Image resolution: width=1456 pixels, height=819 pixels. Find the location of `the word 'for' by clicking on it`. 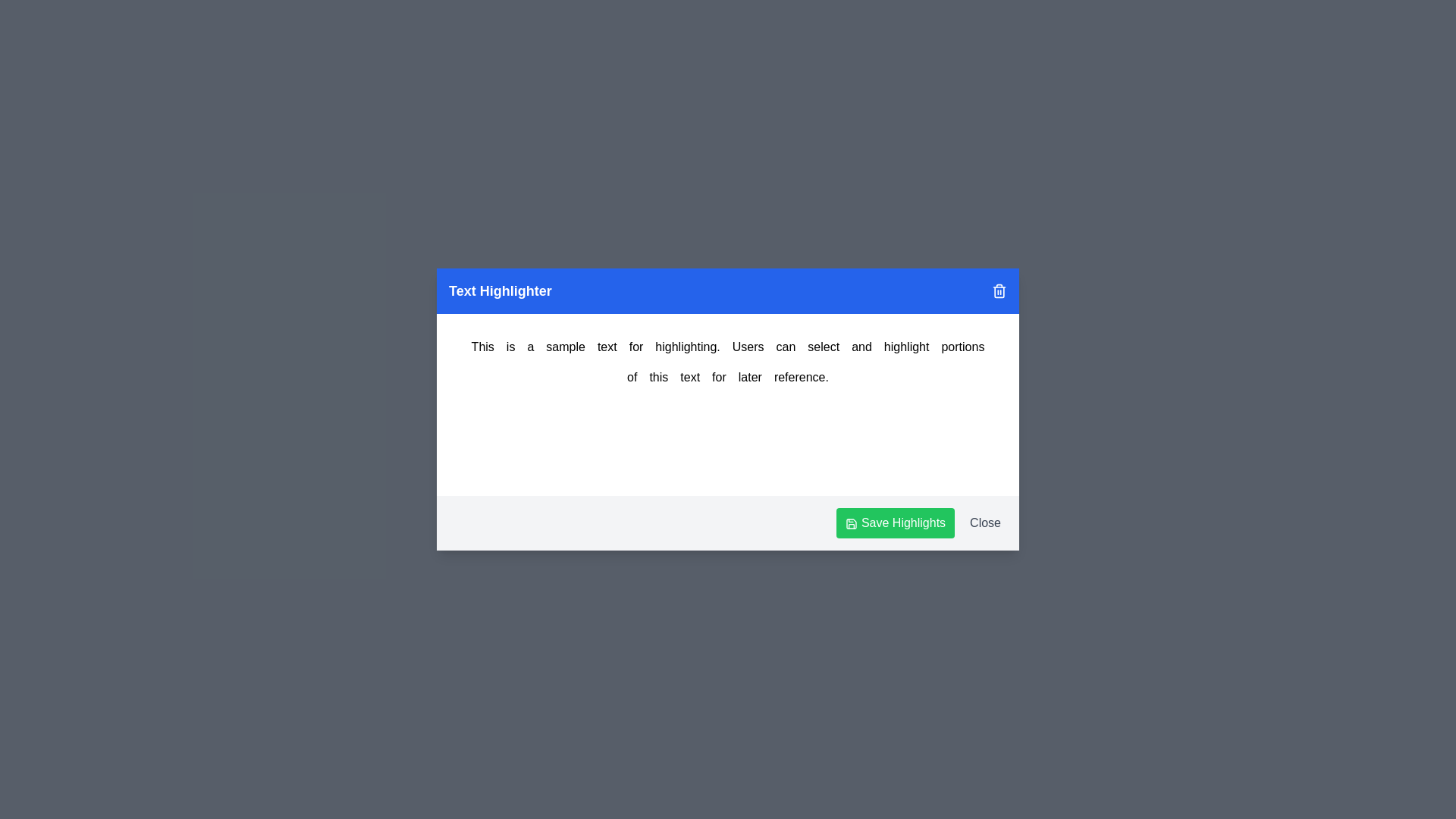

the word 'for' by clicking on it is located at coordinates (718, 376).